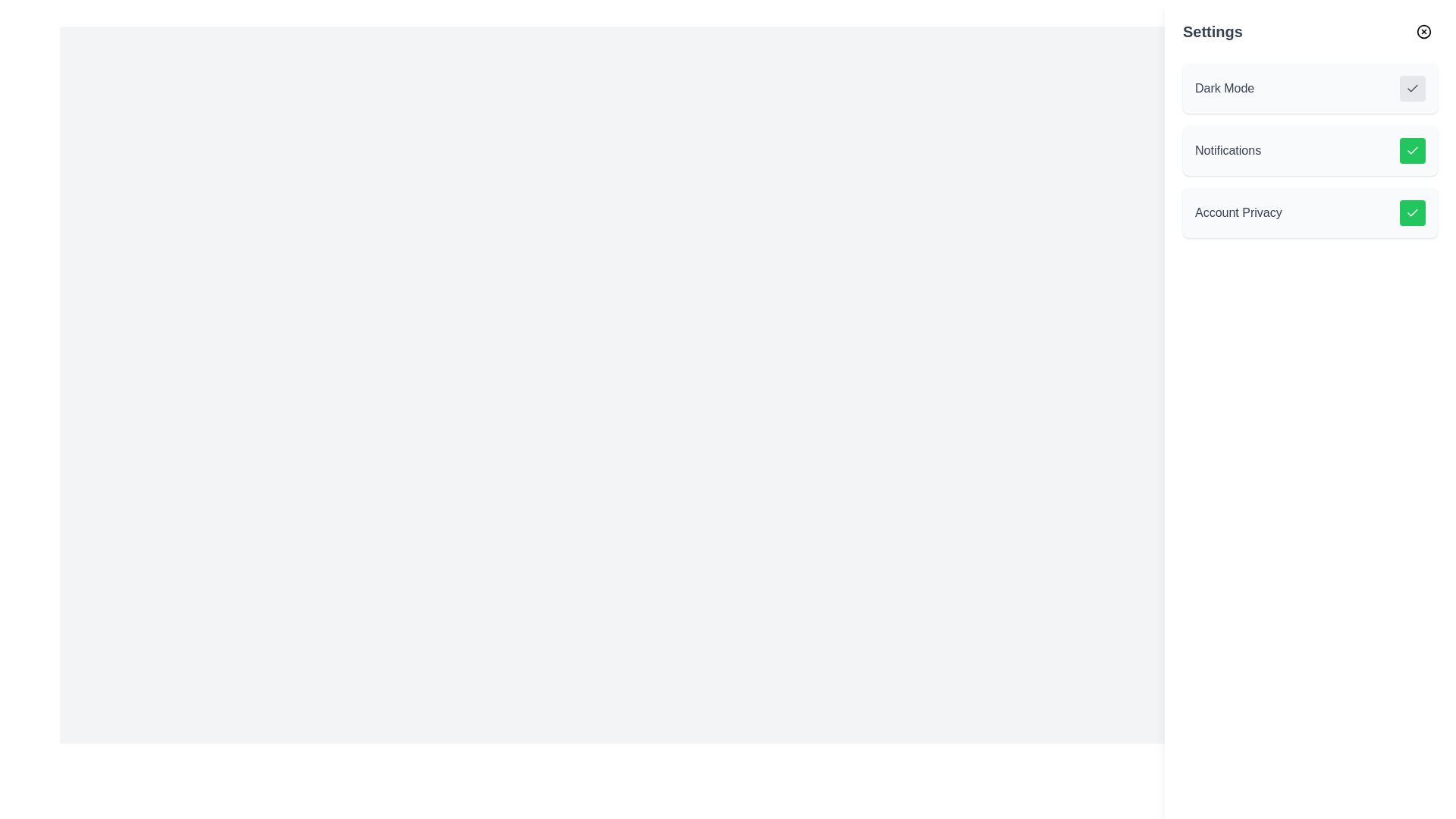  Describe the element at coordinates (1310, 151) in the screenshot. I see `the second list item in the 'Settings' section that controls or checks the status of the 'Notifications' setting` at that location.